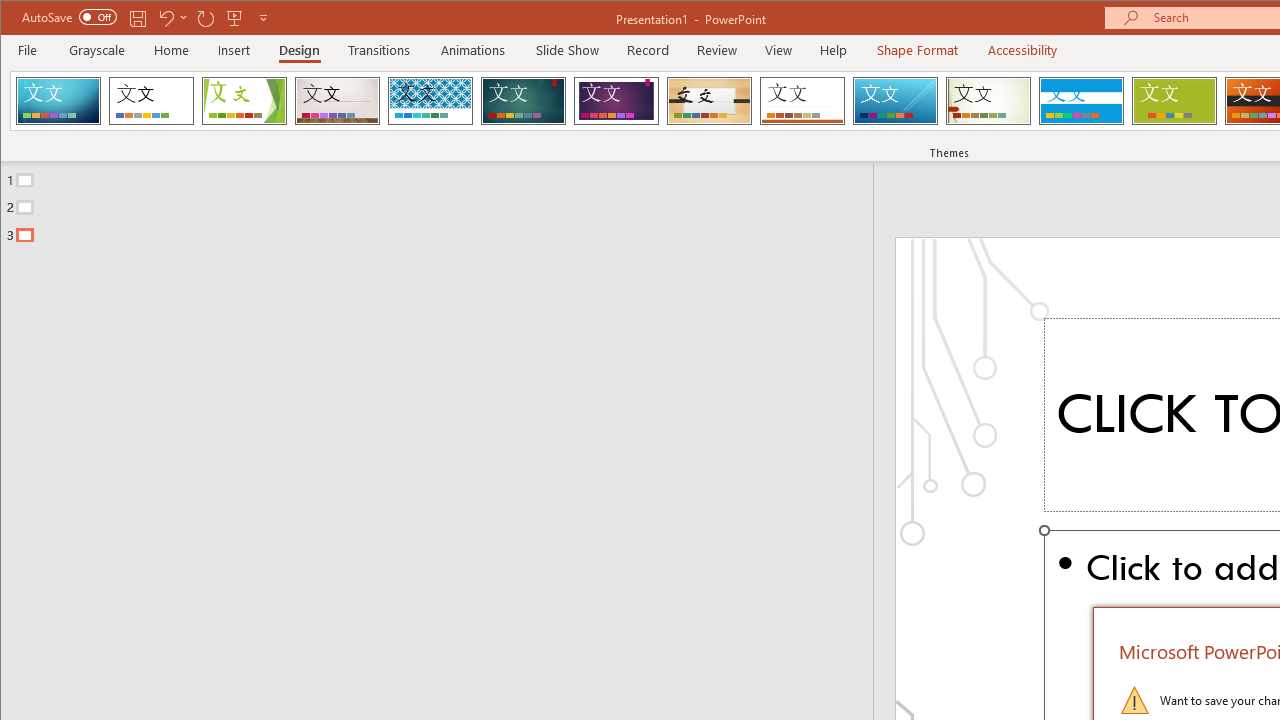 Image resolution: width=1280 pixels, height=720 pixels. What do you see at coordinates (802, 100) in the screenshot?
I see `'Retrospect'` at bounding box center [802, 100].